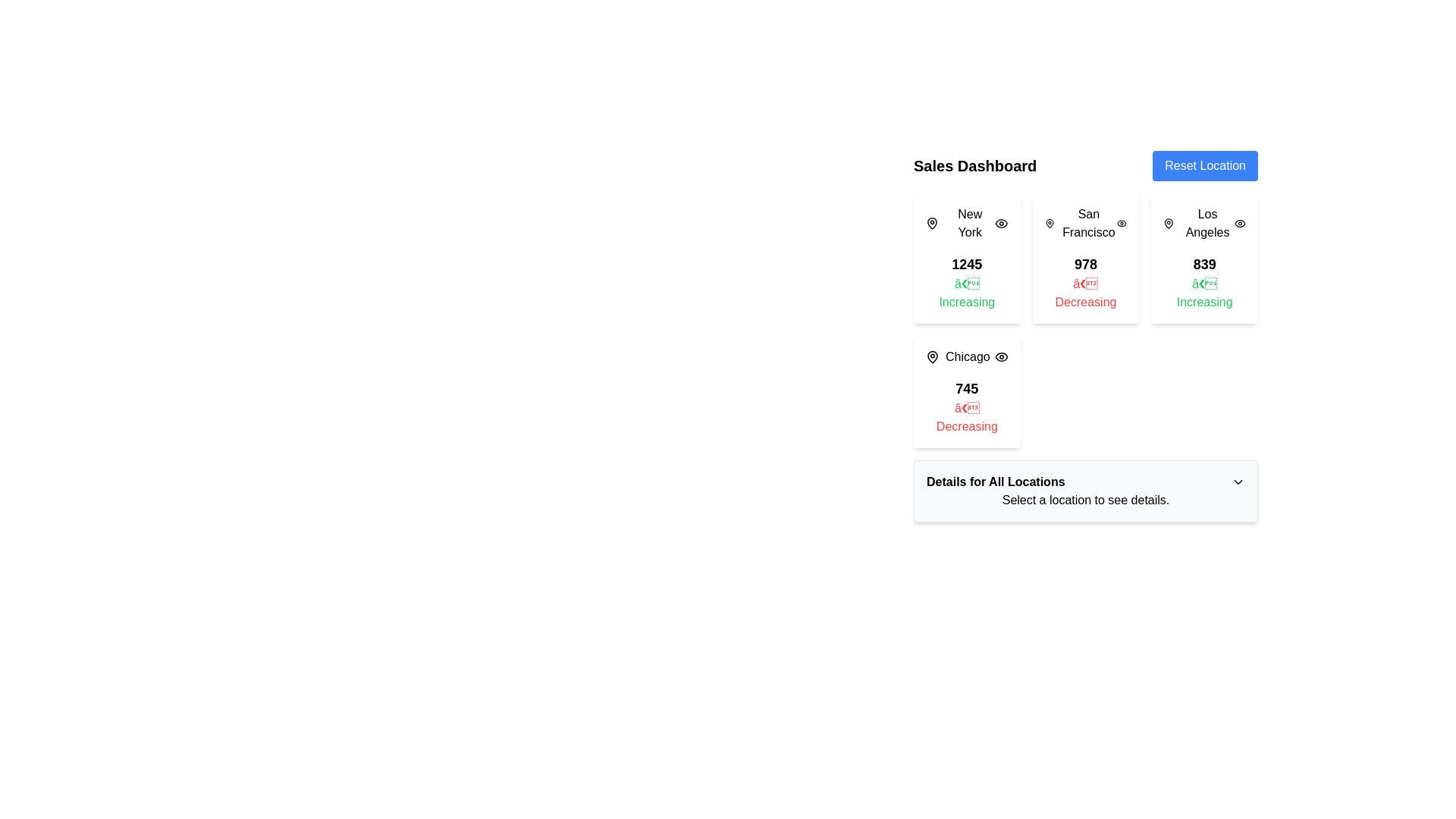 The width and height of the screenshot is (1456, 819). What do you see at coordinates (931, 356) in the screenshot?
I see `the map pin icon located to the left of the text 'Chicago' in the lower section of the 'Sales Dashboard' interface` at bounding box center [931, 356].